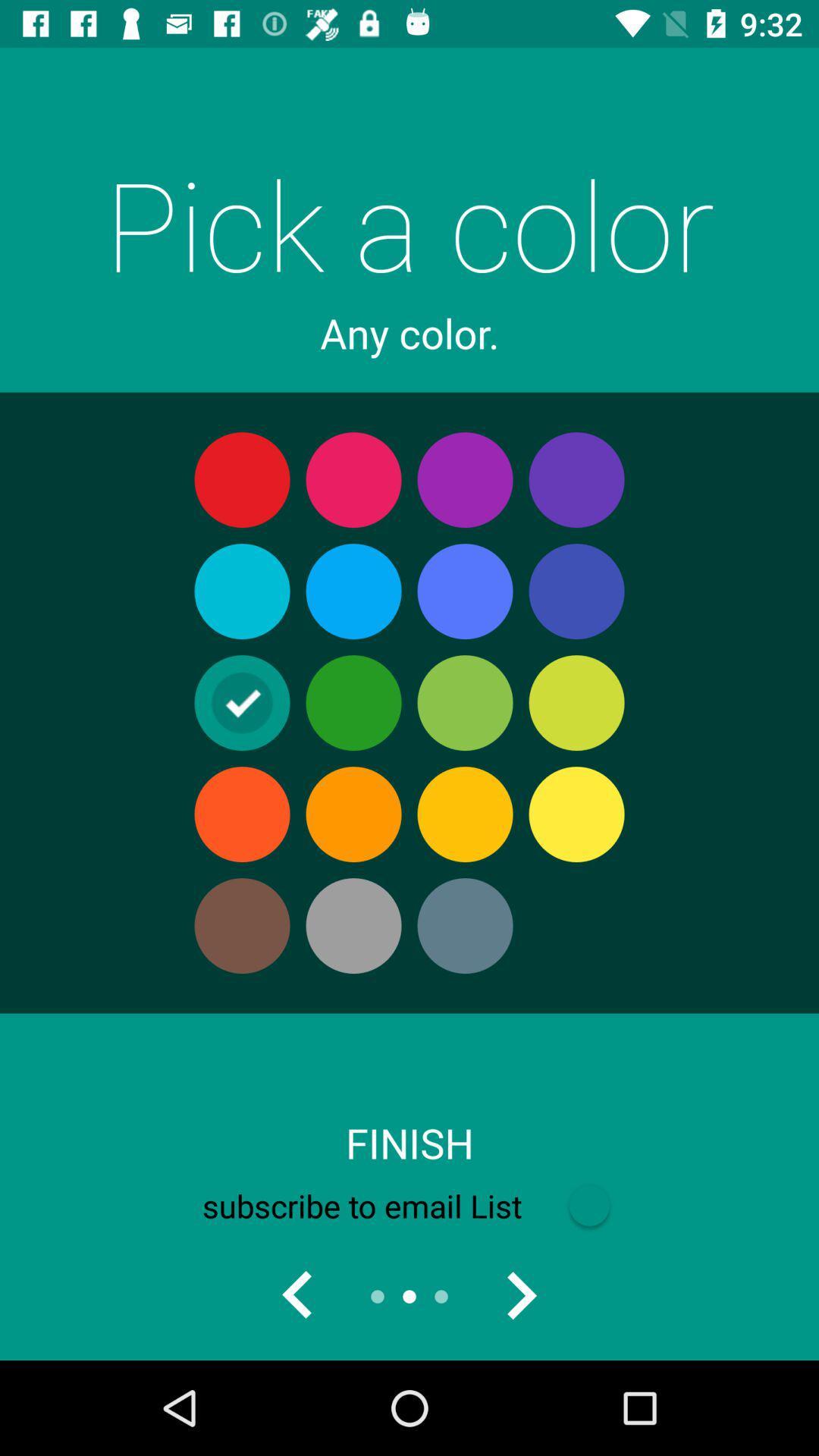 Image resolution: width=819 pixels, height=1456 pixels. Describe the element at coordinates (409, 1205) in the screenshot. I see `the subscribe to email item` at that location.